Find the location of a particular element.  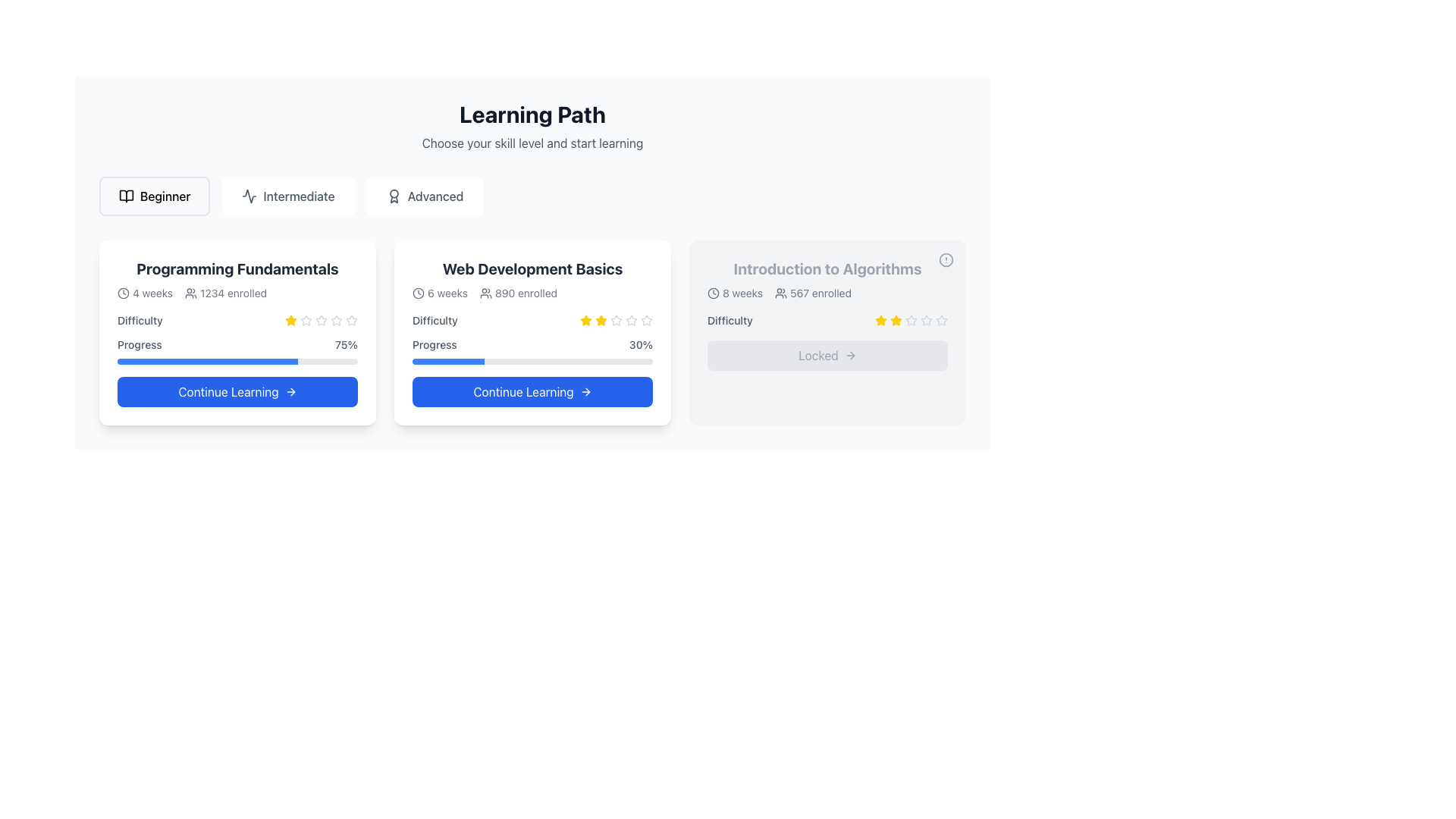

the label displaying the number of users enrolled in the course, which shows '1234' and is located to the right of the user icon within the 'Programming Fundamentals' card is located at coordinates (233, 293).